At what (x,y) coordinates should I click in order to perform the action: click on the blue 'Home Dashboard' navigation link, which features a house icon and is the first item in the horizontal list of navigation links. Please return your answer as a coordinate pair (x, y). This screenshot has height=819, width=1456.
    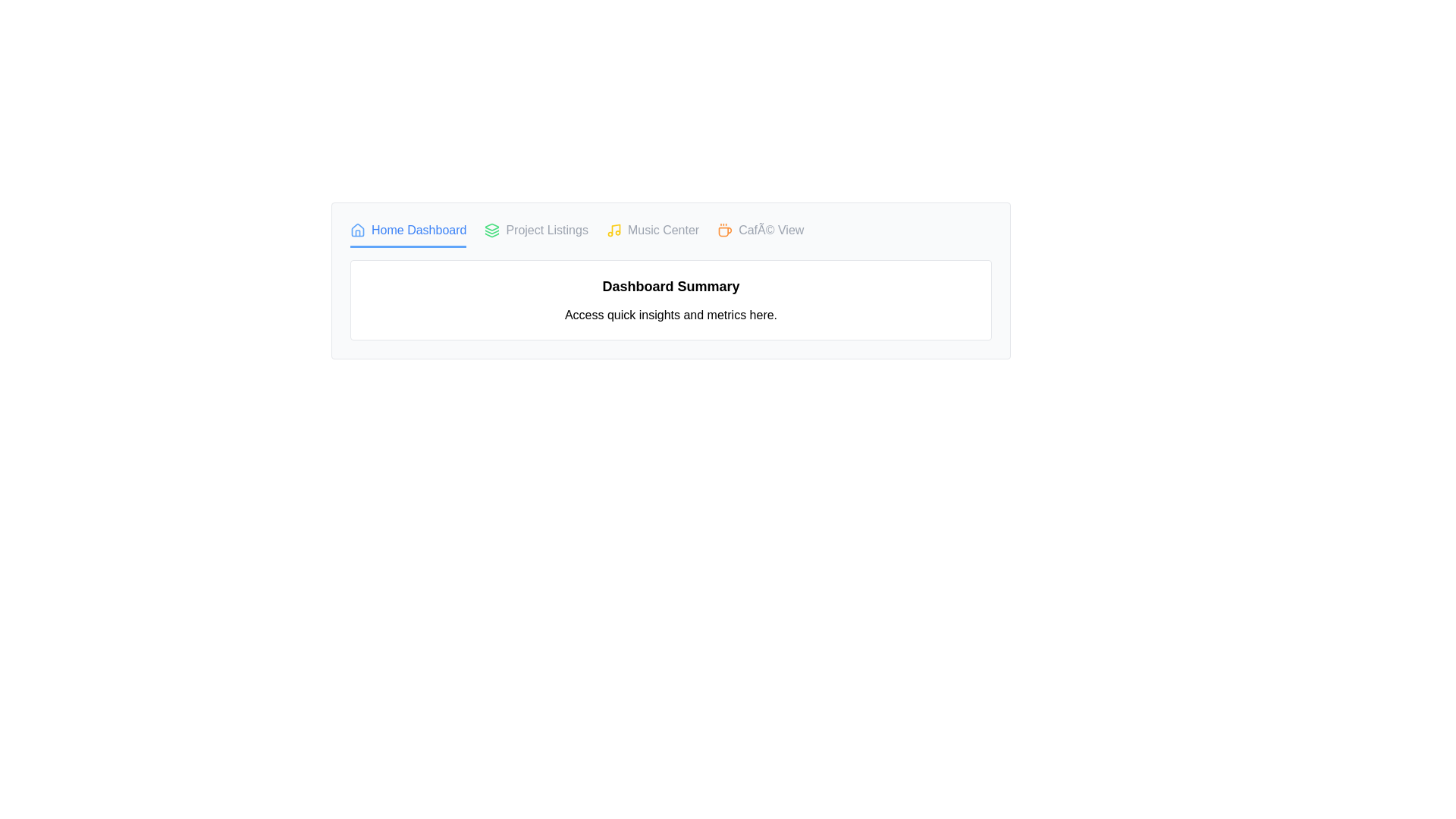
    Looking at the image, I should click on (408, 234).